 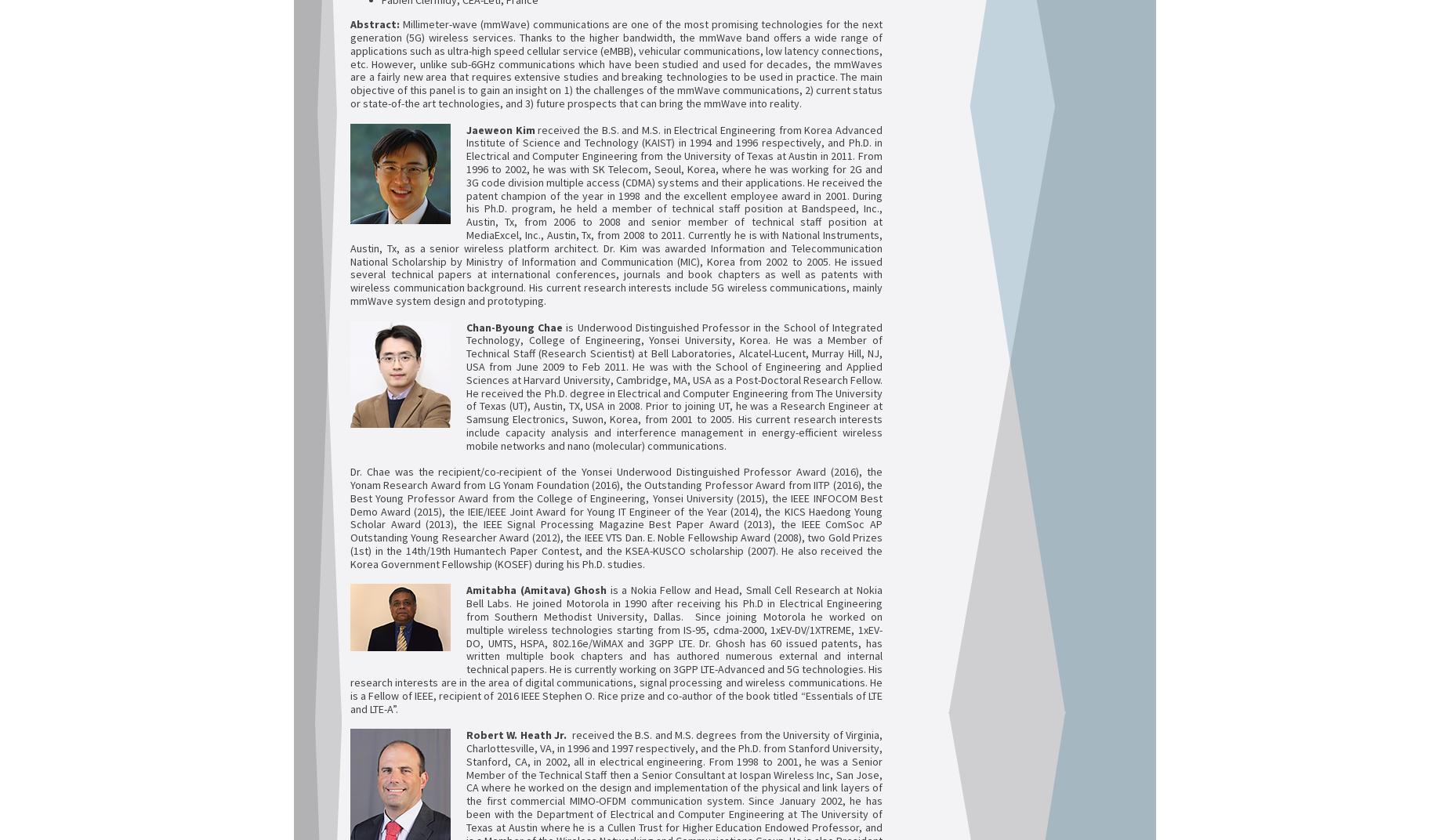 I want to click on 'is a Nokia Fellow and Head, Small Cell Research at Nokia Bell Labs. He joined Motorola in 1990 after receiving his Ph.D in Electrical Engineering from Southern Methodist University, Dallas.  Since joining Motorola he worked on multiple wireless technologies starting from IS-95, cdma-2000, 1xEV-DV/1XTREME, 1xEV-DO, UMTS, HSPA, 802.16e/WiMAX and 3GPP LTE. Dr. Ghosh has 60 issued patents, has written multiple book chapters and has authored numerous external and internal technical papers. He is currently working on 3GPP LTE-Advanced and 5G technologies. His research interests are in the area of digital communications, signal processing and wireless communications. He is a Fellow of IEEE, recipient of 2016 IEEE Stephen O. Rice prize and co-author of the book titled “Essentials of LTE and LTE-A”.', so click(x=616, y=648).